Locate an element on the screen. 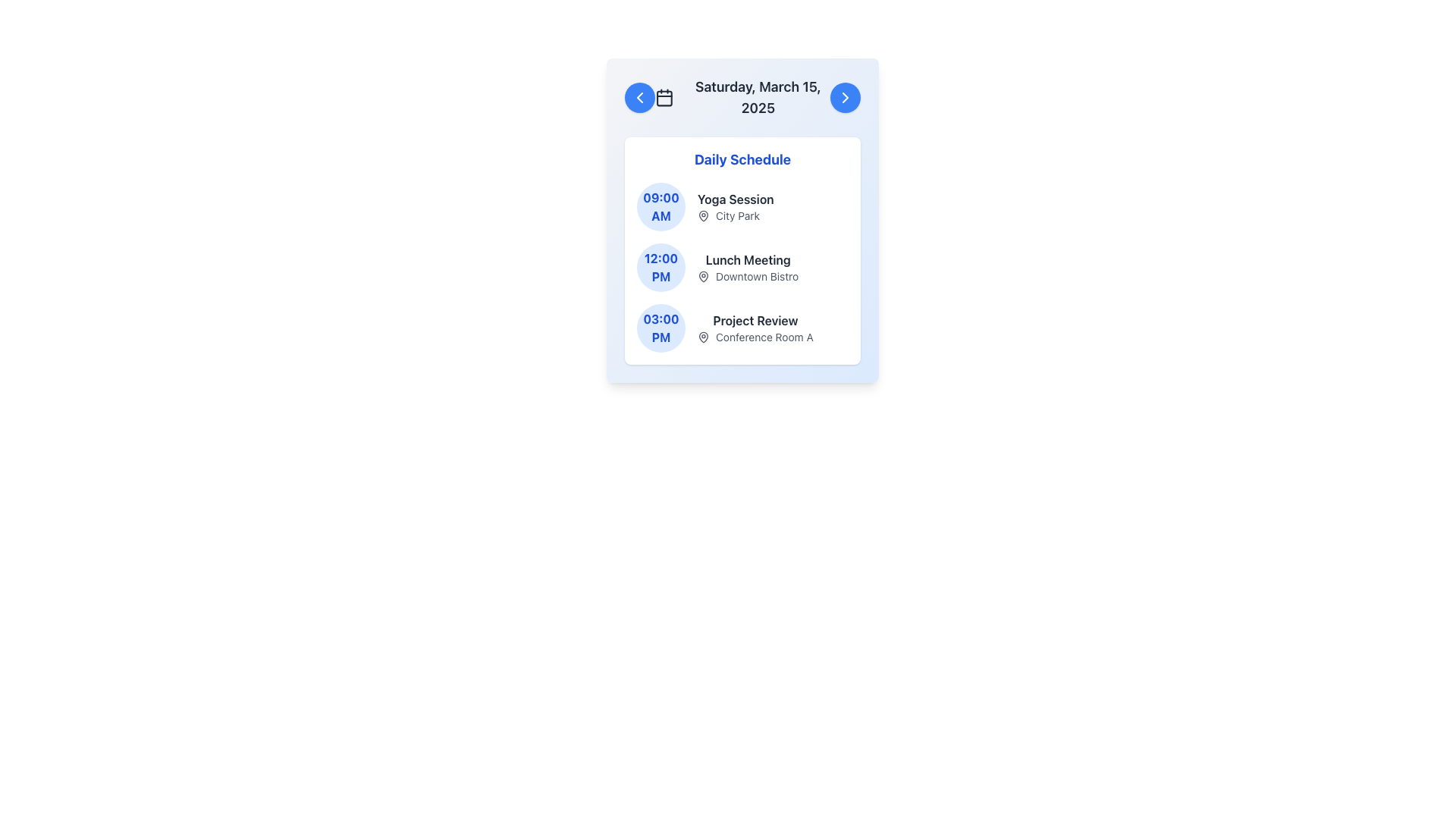 The width and height of the screenshot is (1456, 819). the calendar icon that is styled with a stroke outline and is located to the left of the text 'Saturday, March 15, 2025' is located at coordinates (664, 97).